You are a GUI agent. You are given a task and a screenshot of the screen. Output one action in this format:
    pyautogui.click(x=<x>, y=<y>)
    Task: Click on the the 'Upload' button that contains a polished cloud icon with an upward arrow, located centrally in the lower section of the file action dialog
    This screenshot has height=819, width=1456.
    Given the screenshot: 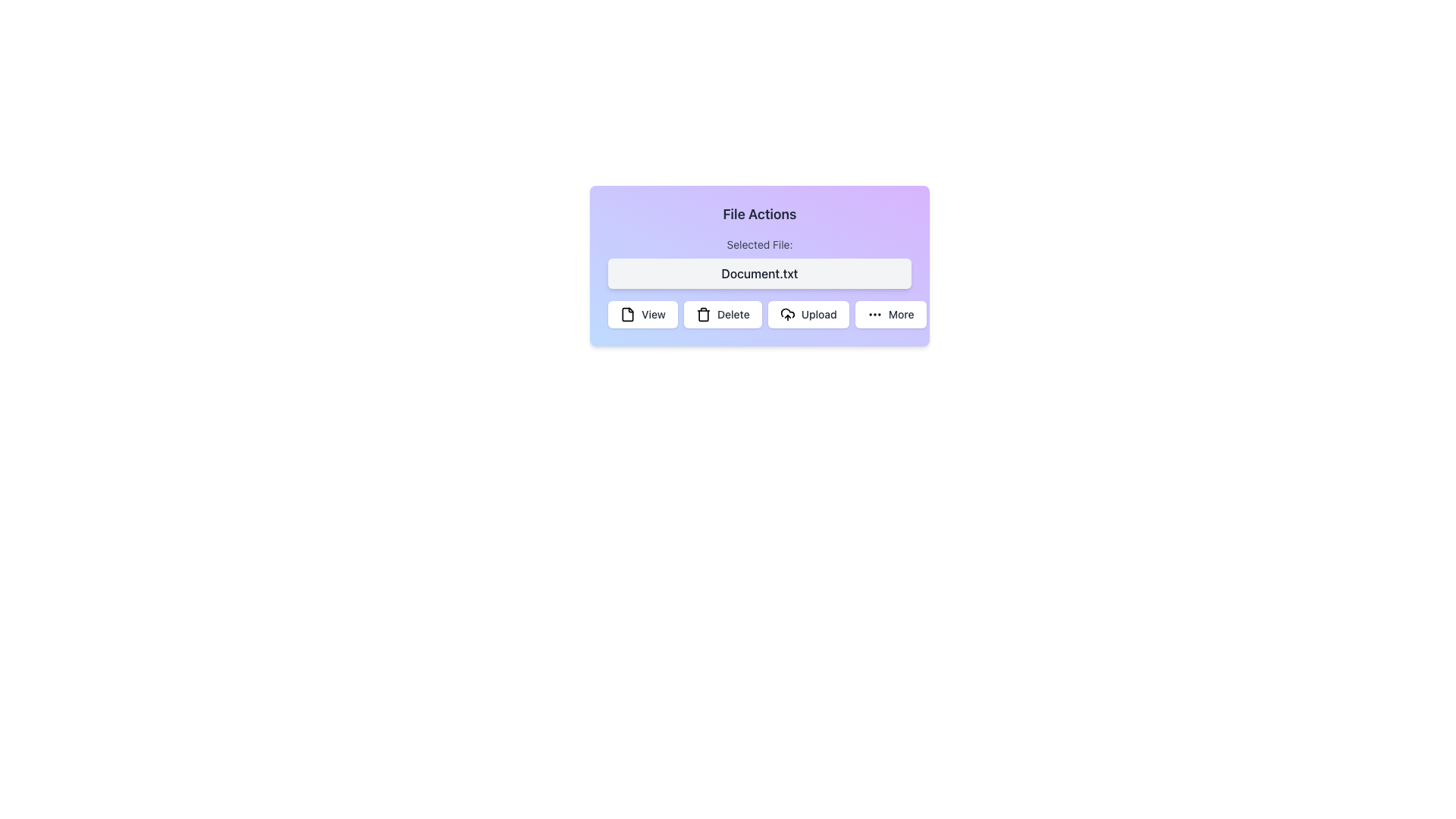 What is the action you would take?
    pyautogui.click(x=787, y=314)
    